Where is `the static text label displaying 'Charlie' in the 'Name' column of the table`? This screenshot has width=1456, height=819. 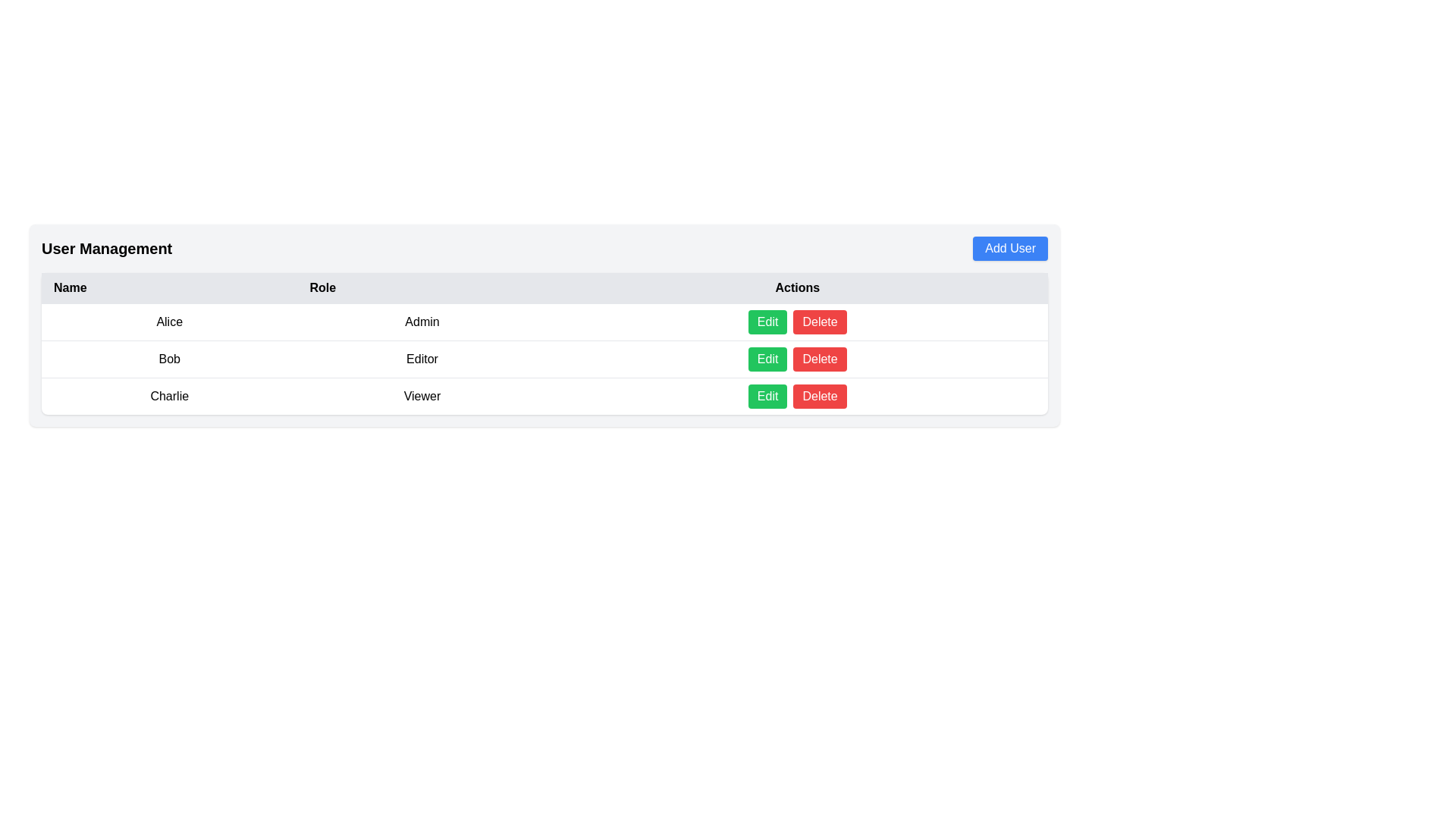 the static text label displaying 'Charlie' in the 'Name' column of the table is located at coordinates (169, 395).